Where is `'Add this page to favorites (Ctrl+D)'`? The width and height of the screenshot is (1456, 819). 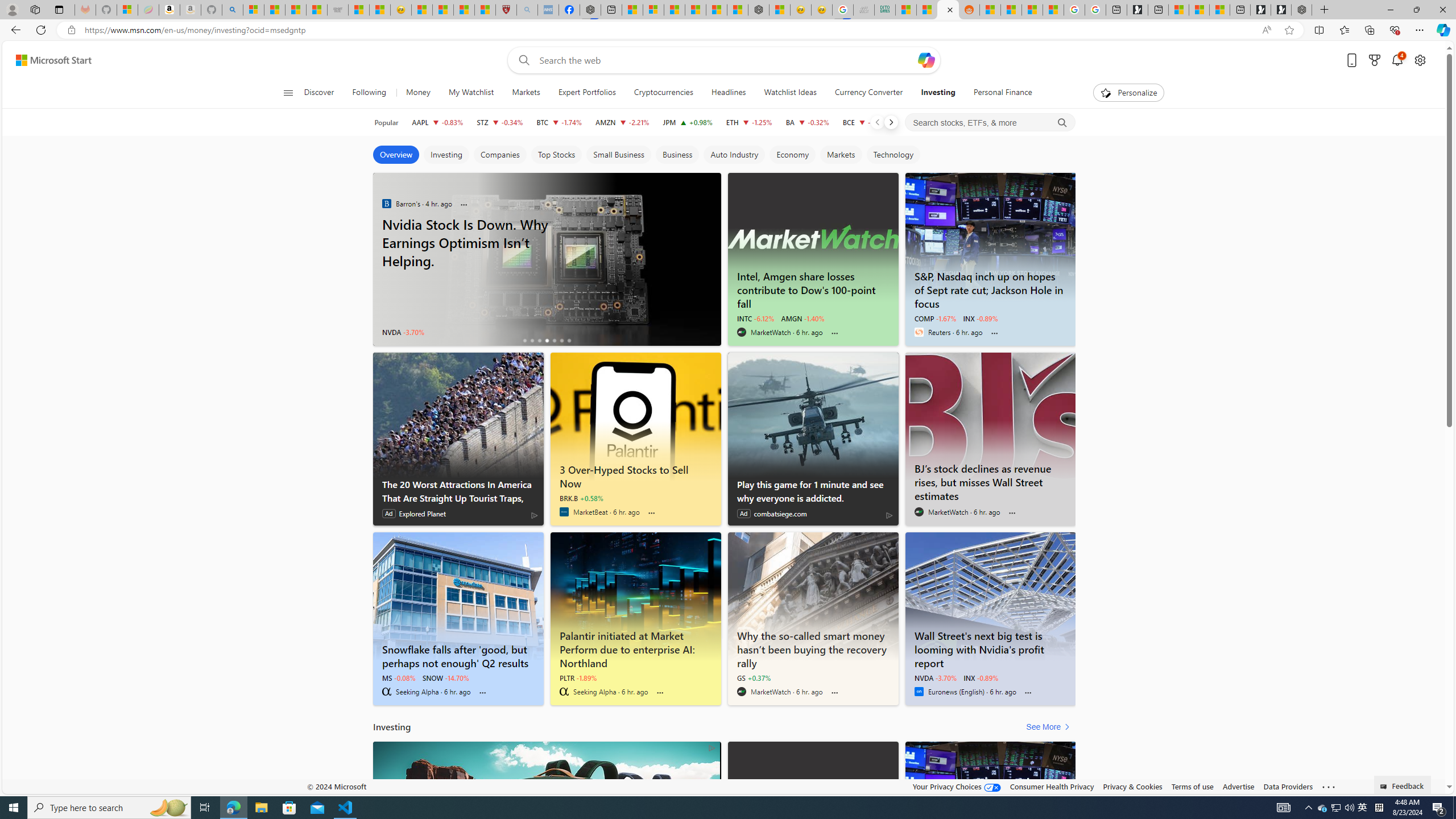
'Add this page to favorites (Ctrl+D)' is located at coordinates (1289, 30).